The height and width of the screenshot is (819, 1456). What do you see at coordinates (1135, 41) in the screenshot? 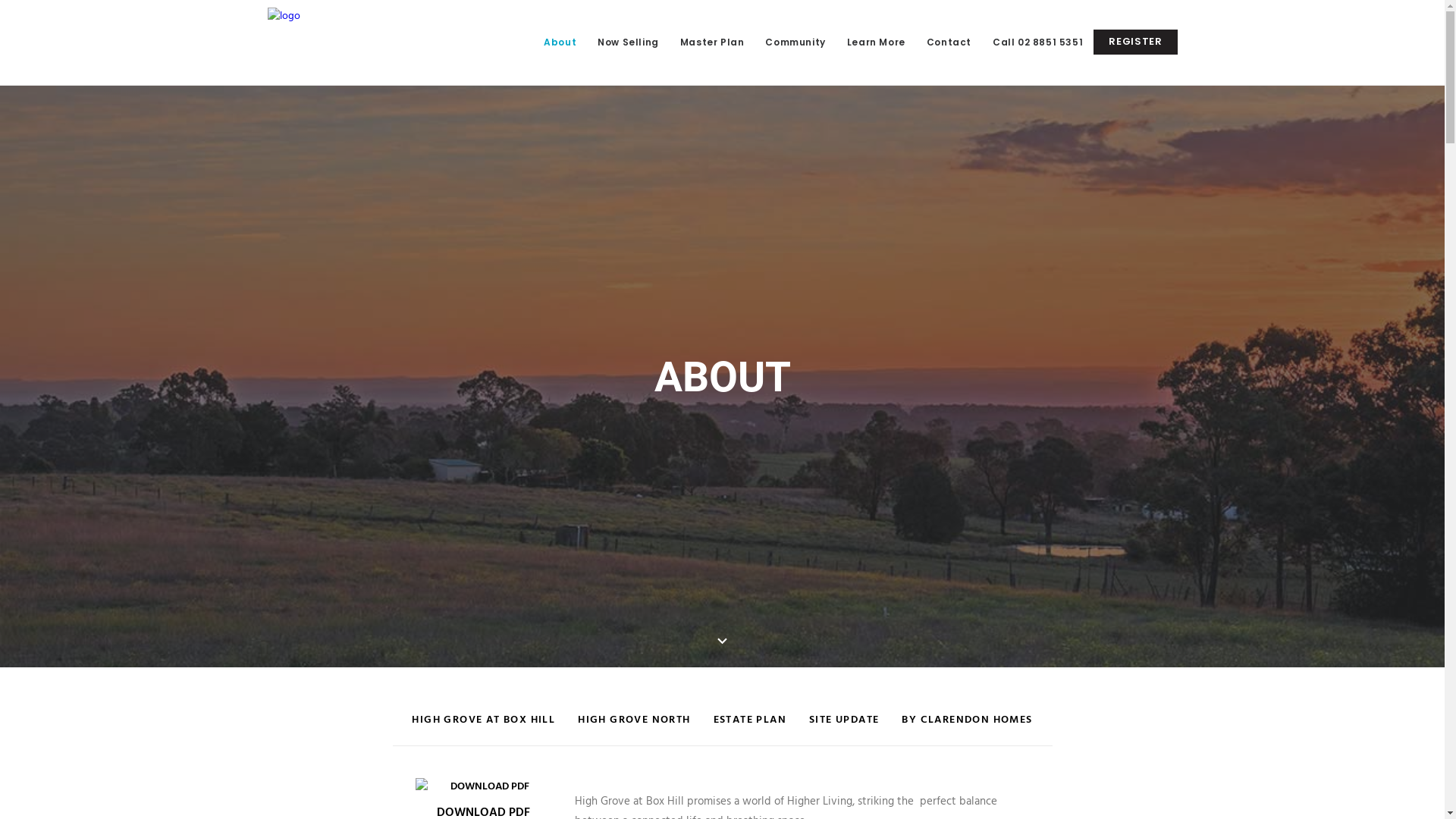
I see `'REGISTER'` at bounding box center [1135, 41].